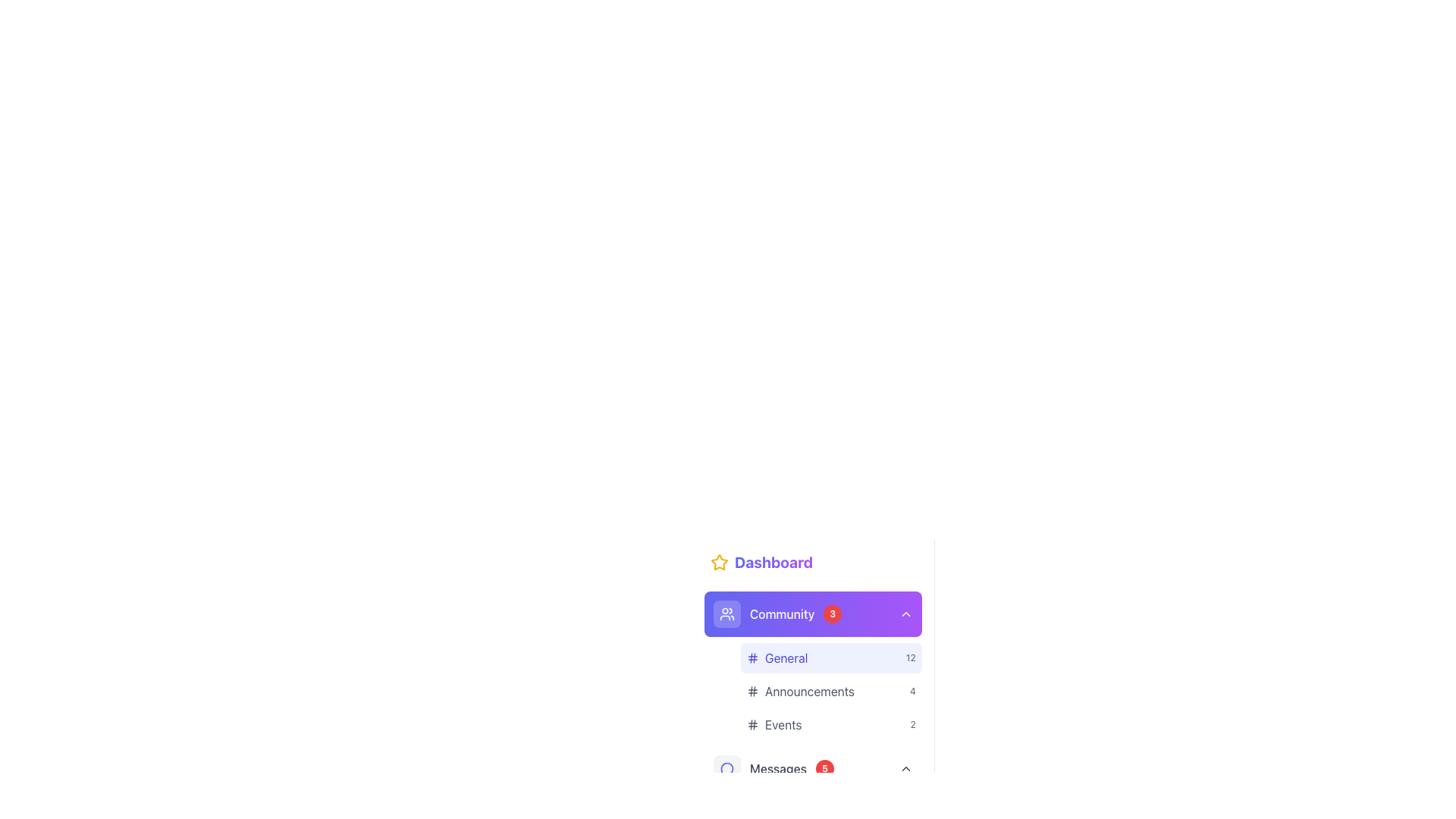 This screenshot has height=819, width=1456. Describe the element at coordinates (773, 769) in the screenshot. I see `the Menu item with notification badge that links to the 'Messages' section` at that location.